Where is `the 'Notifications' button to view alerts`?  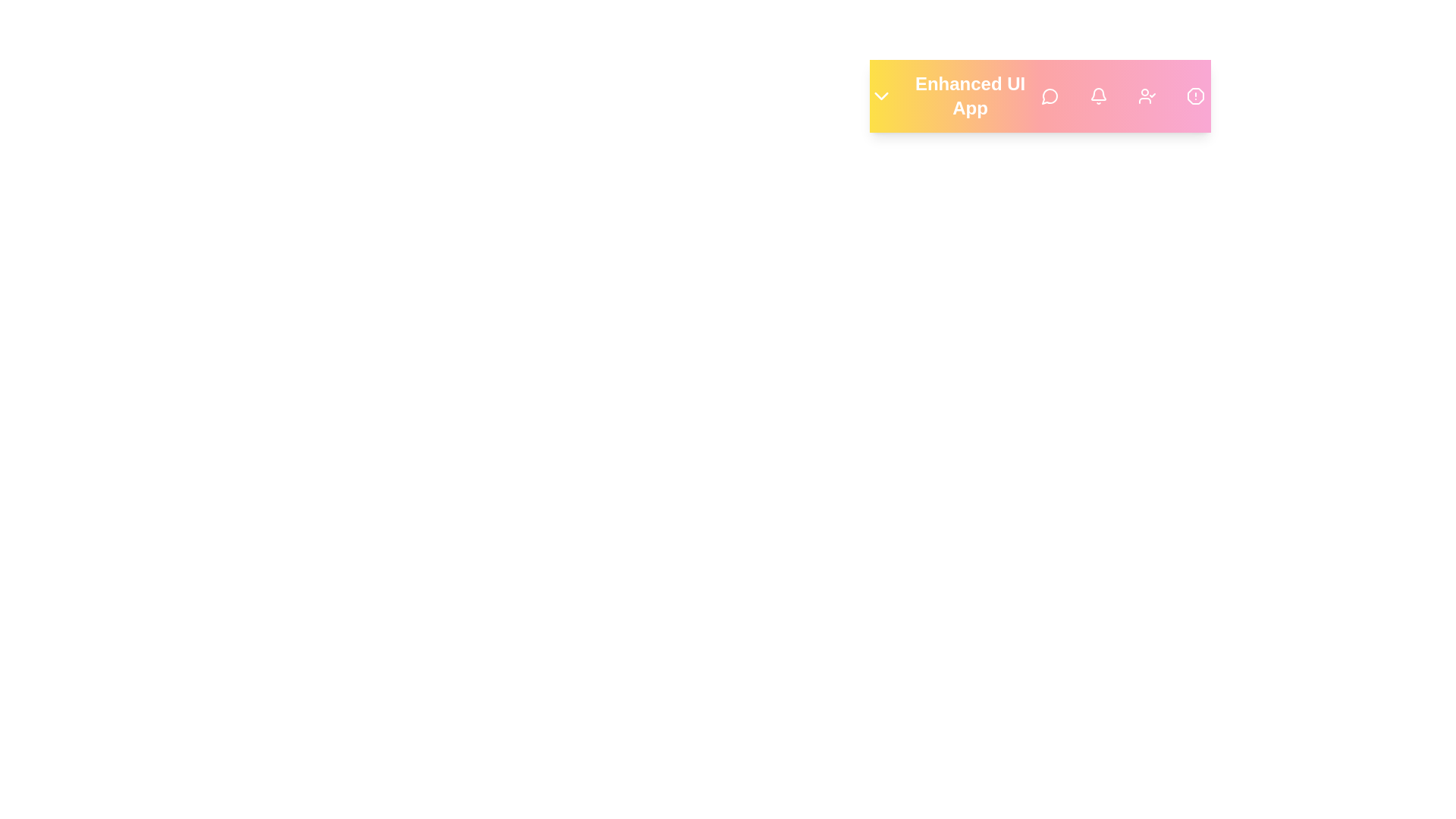
the 'Notifications' button to view alerts is located at coordinates (1099, 96).